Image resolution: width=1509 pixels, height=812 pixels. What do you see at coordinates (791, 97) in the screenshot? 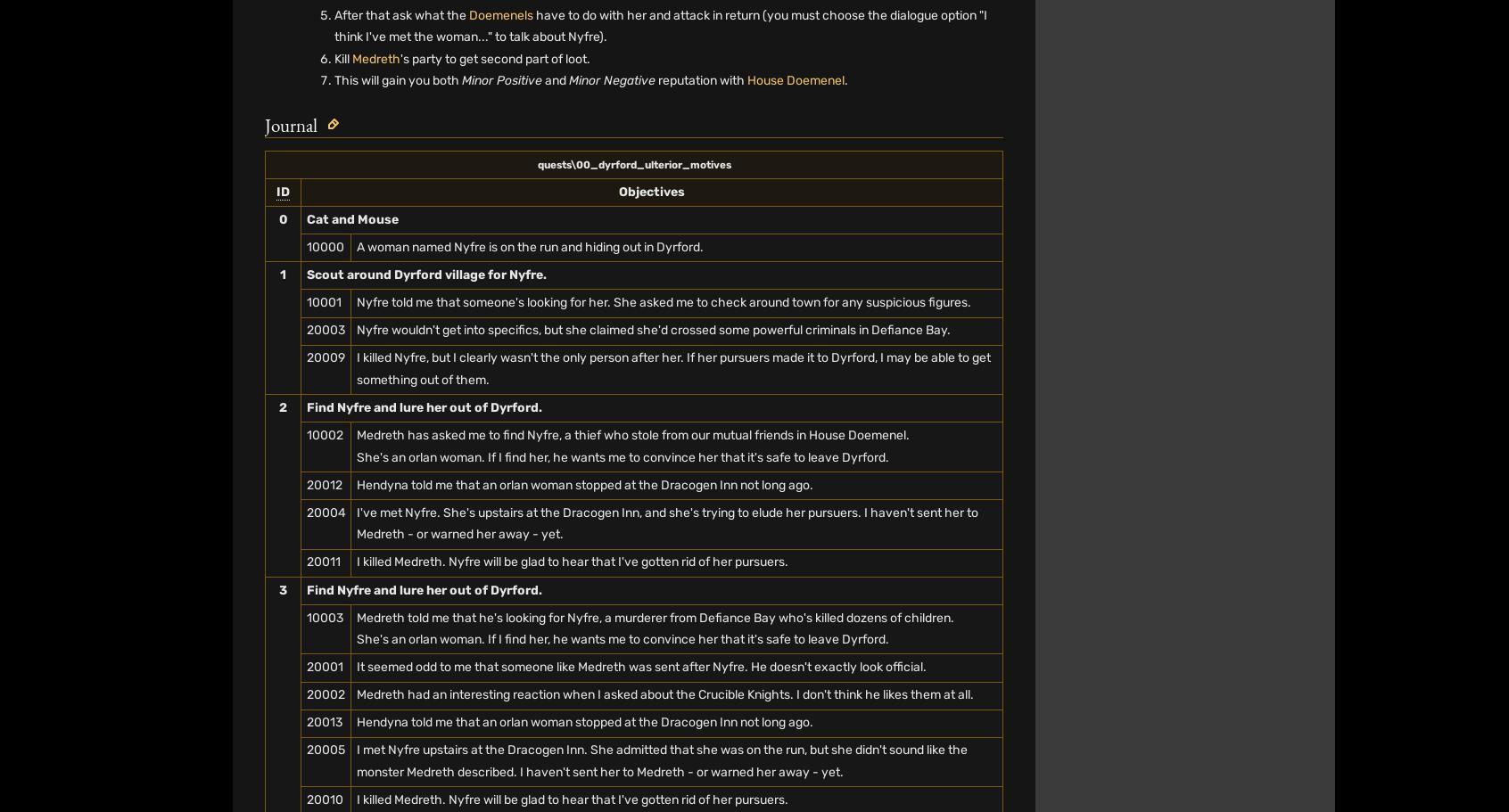
I see `'Advertise'` at bounding box center [791, 97].